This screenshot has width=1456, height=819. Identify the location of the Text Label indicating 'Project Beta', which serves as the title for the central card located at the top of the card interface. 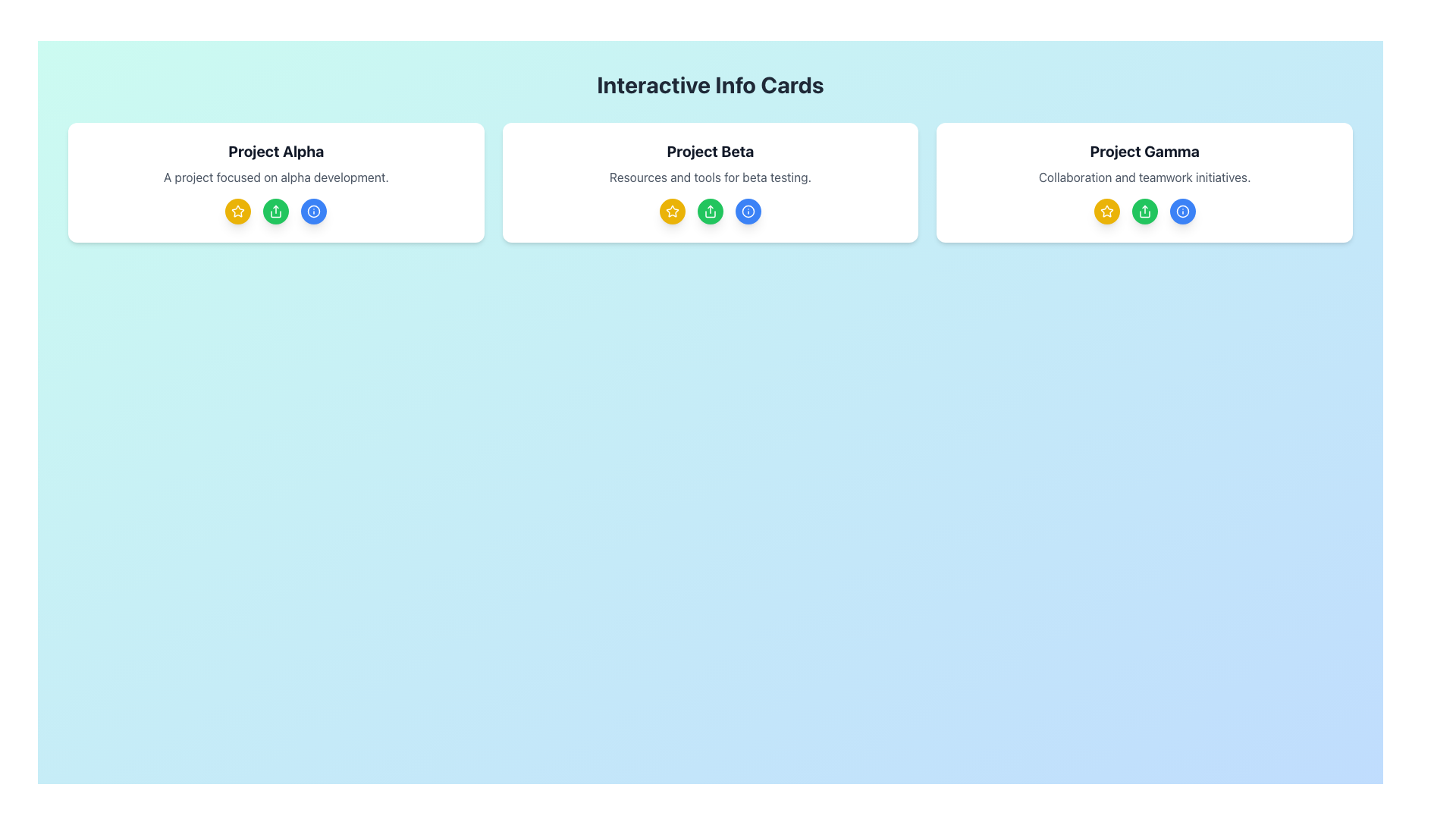
(709, 152).